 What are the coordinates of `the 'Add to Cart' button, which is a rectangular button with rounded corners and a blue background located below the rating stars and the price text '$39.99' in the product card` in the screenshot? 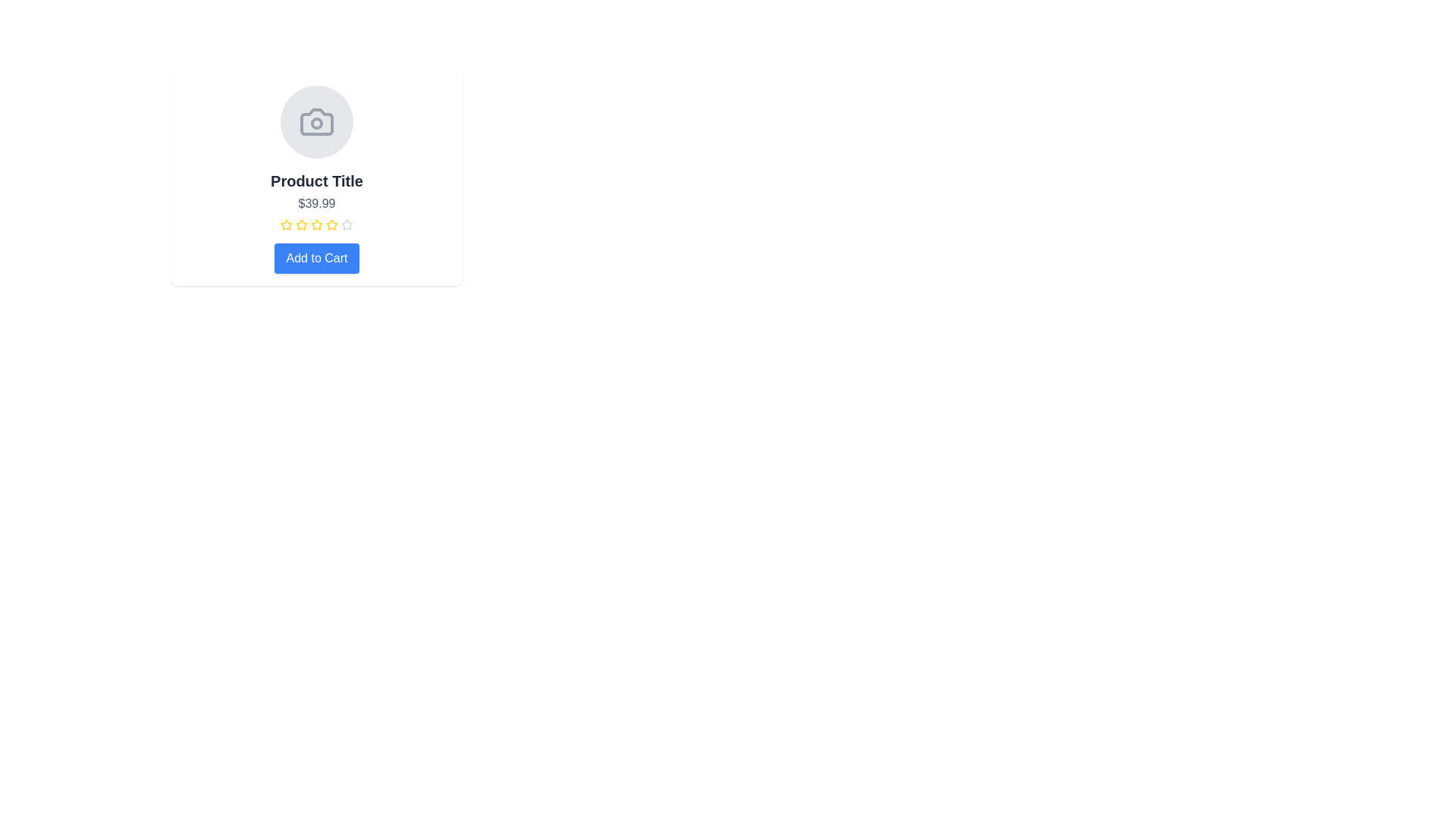 It's located at (315, 257).